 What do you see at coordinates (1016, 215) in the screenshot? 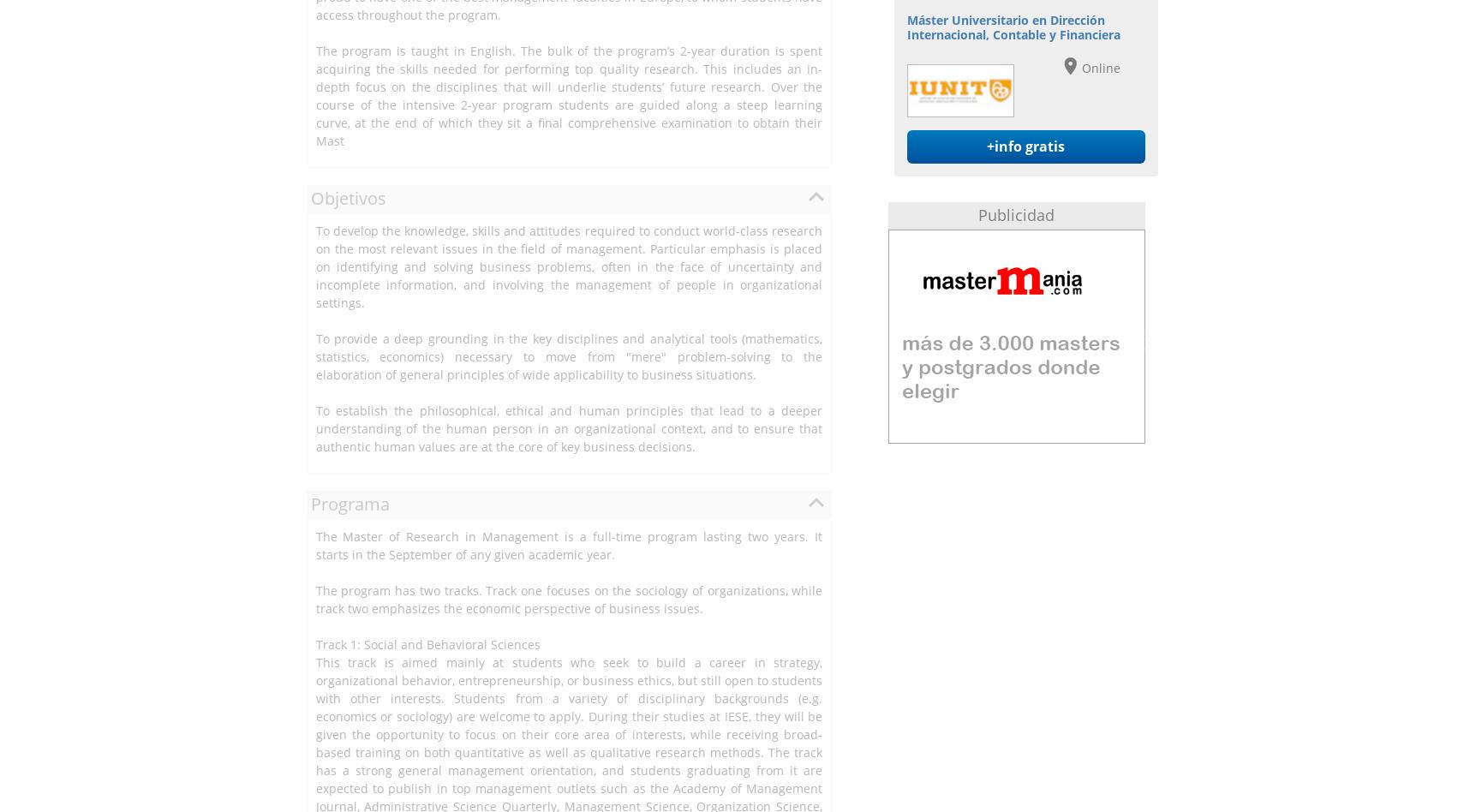
I see `'Publicidad'` at bounding box center [1016, 215].